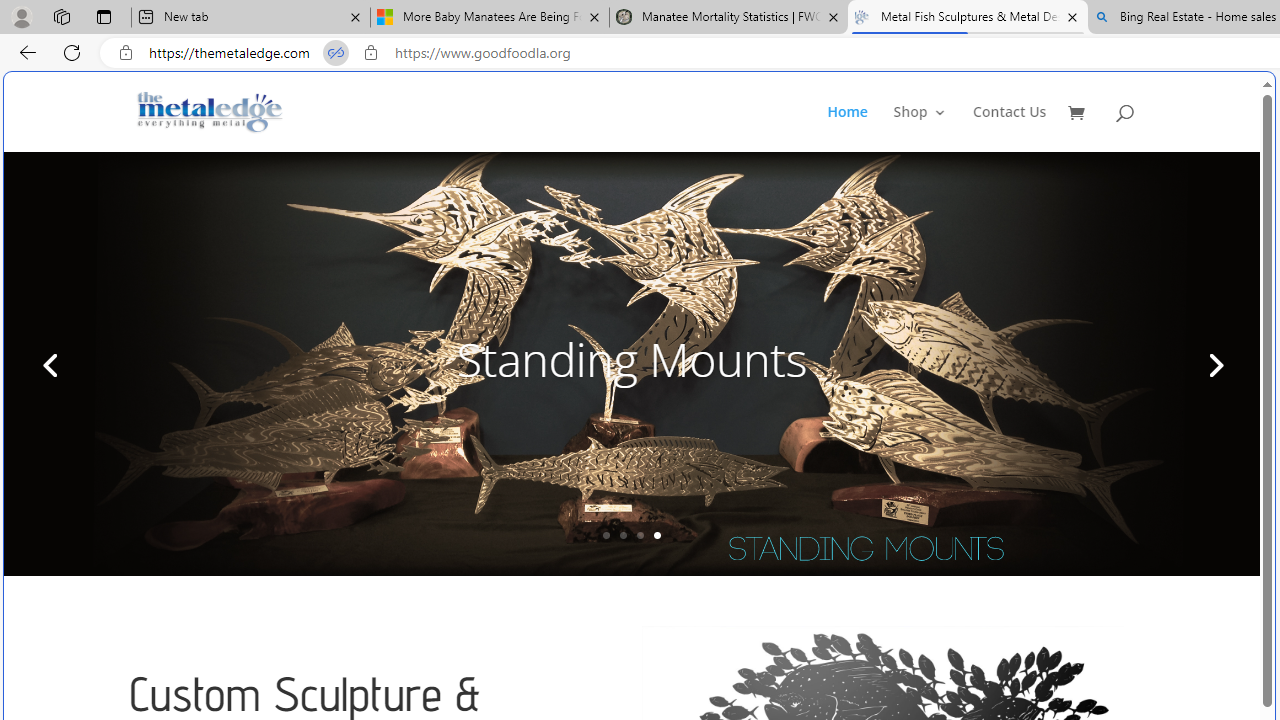 This screenshot has width=1280, height=720. Describe the element at coordinates (930, 128) in the screenshot. I see `'Shop3'` at that location.